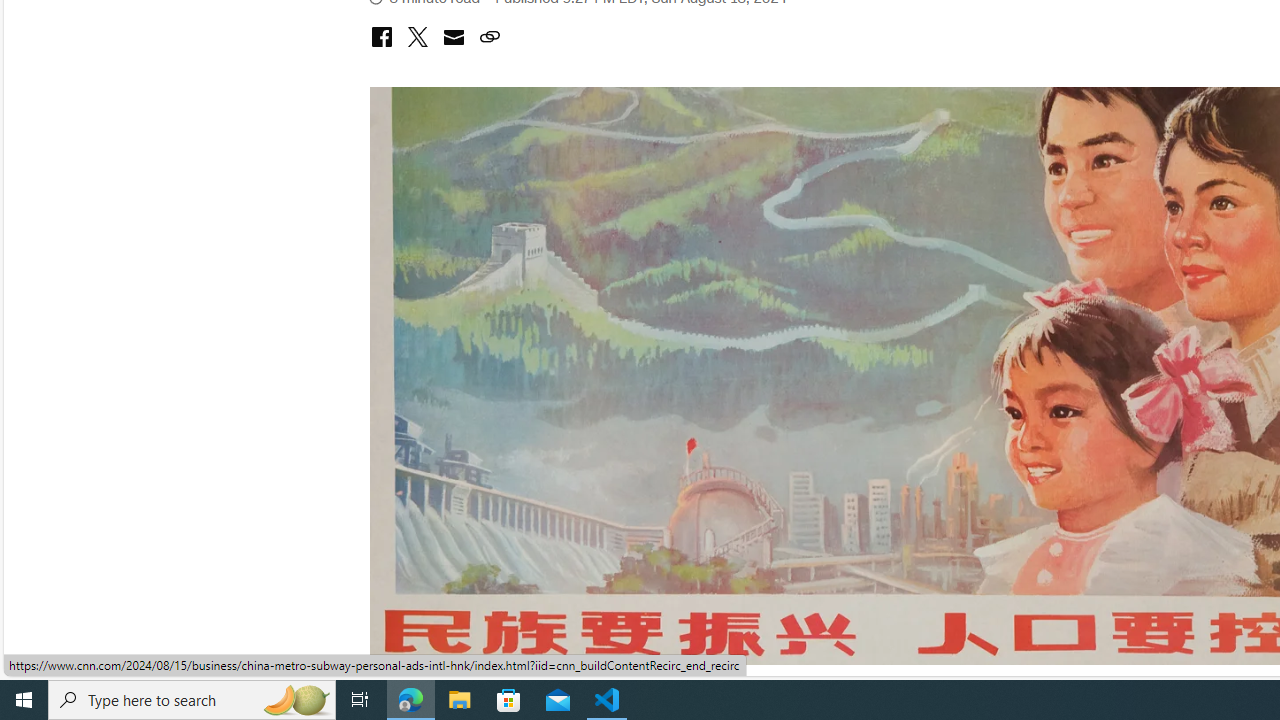 The height and width of the screenshot is (720, 1280). What do you see at coordinates (381, 37) in the screenshot?
I see `'Class: icon-social-facebook'` at bounding box center [381, 37].